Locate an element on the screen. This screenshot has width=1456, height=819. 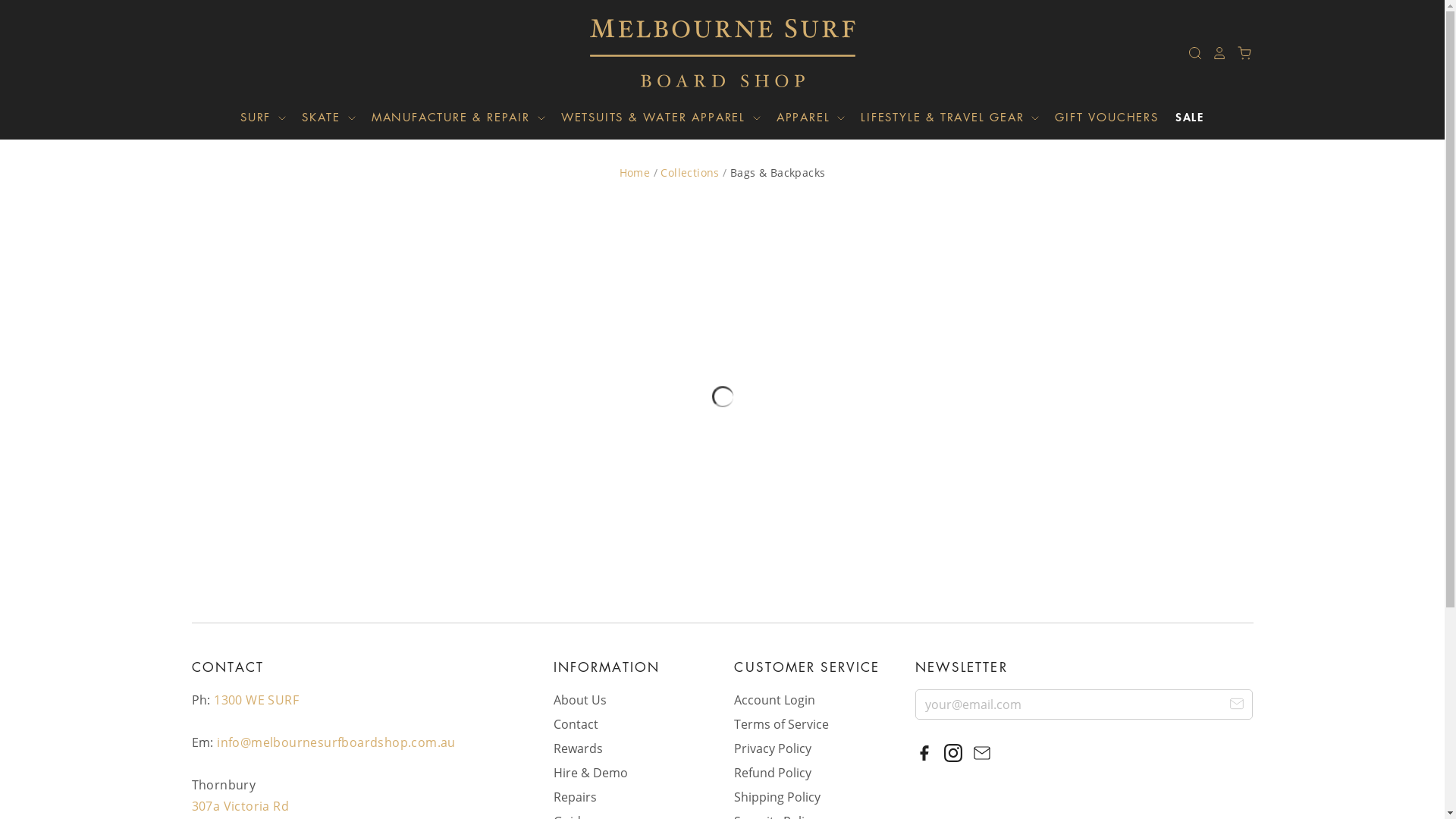
'Terms of Service' is located at coordinates (781, 723).